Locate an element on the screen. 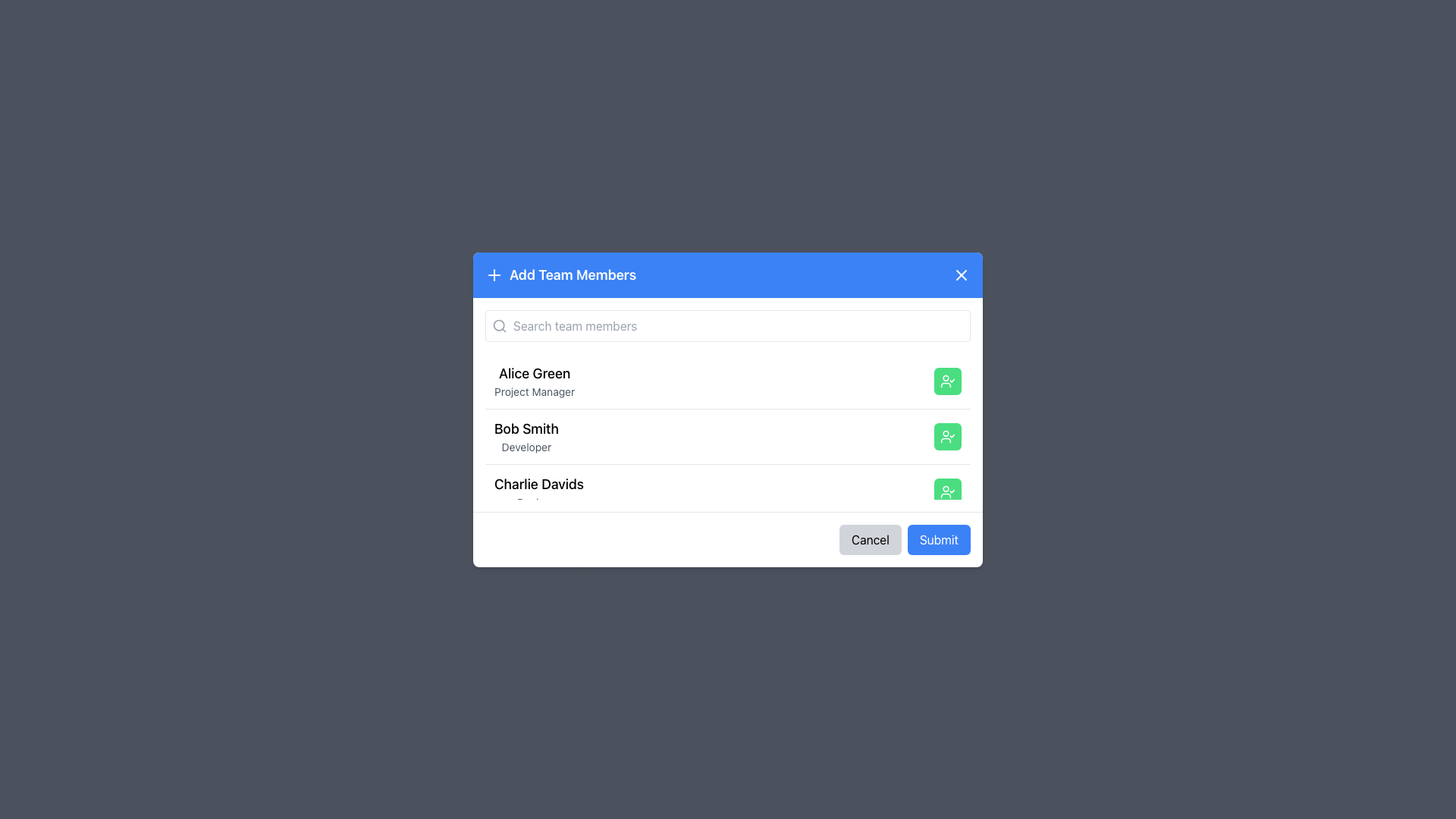 This screenshot has width=1456, height=819. the gray rectangular 'Cancel' button with rounded corners to trigger the hover effect is located at coordinates (870, 538).